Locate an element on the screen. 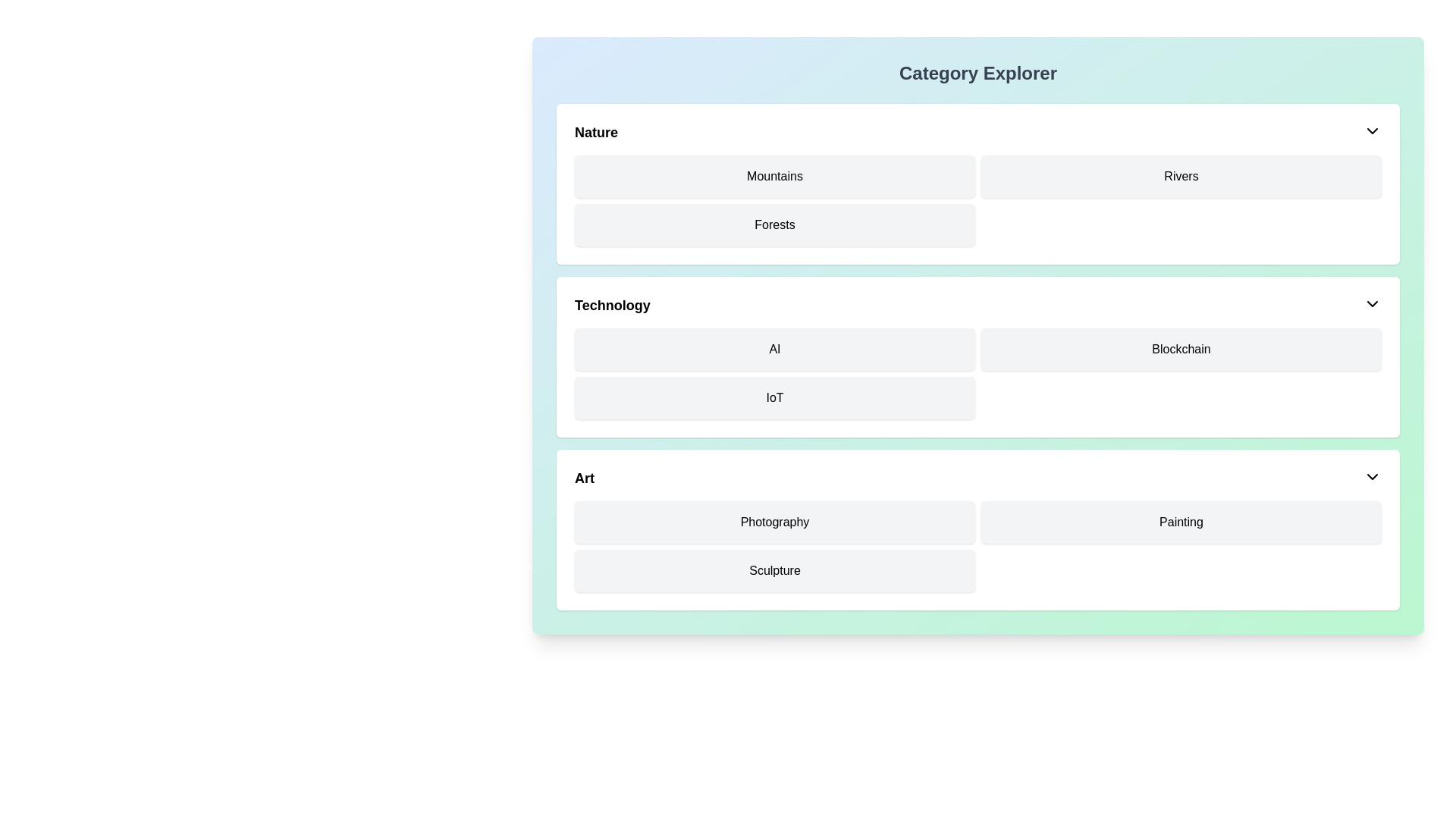 This screenshot has height=819, width=1456. the 'Painting' button, which is the second button in the 'Art' category section, with a light gray background and rounded borders is located at coordinates (1181, 522).